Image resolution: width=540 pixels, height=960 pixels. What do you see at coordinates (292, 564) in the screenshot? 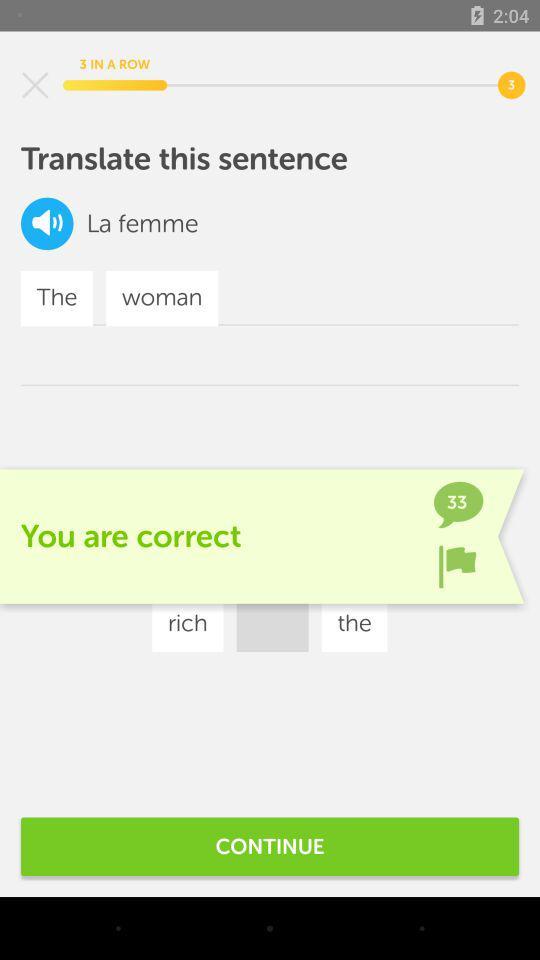
I see `icon to the right of the woman` at bounding box center [292, 564].